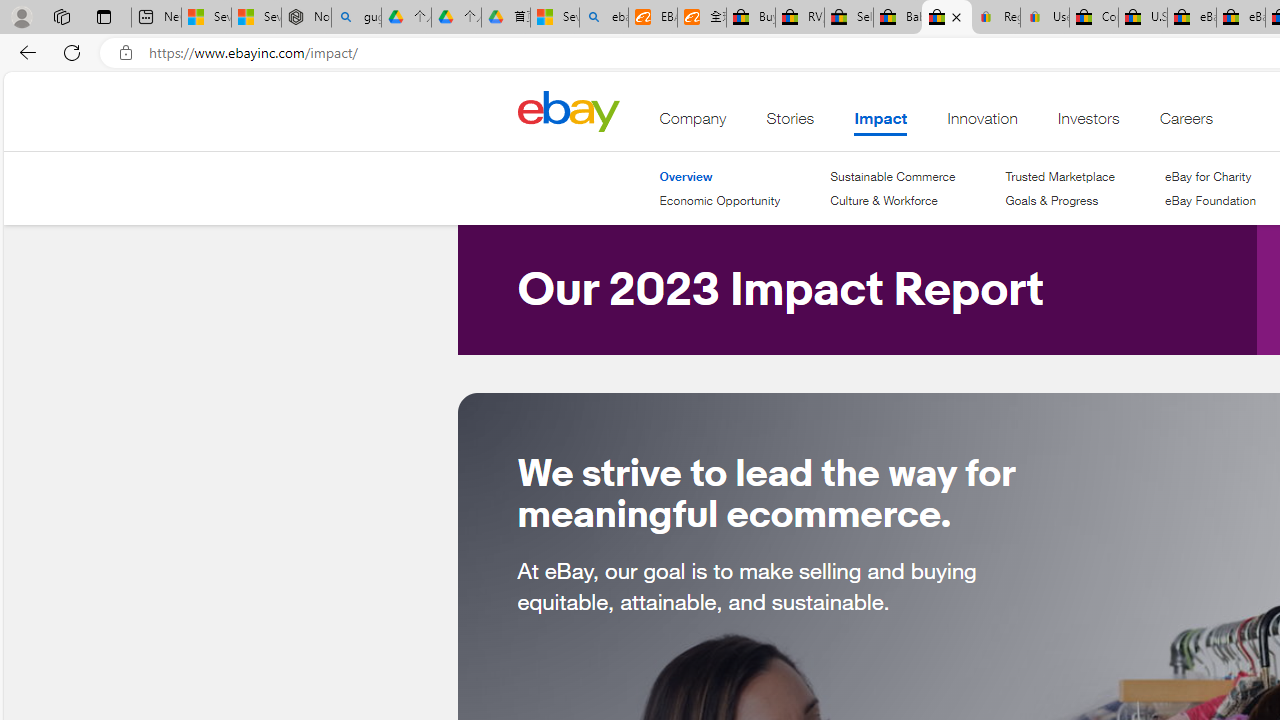 This screenshot has height=720, width=1280. I want to click on 'Company', so click(693, 123).